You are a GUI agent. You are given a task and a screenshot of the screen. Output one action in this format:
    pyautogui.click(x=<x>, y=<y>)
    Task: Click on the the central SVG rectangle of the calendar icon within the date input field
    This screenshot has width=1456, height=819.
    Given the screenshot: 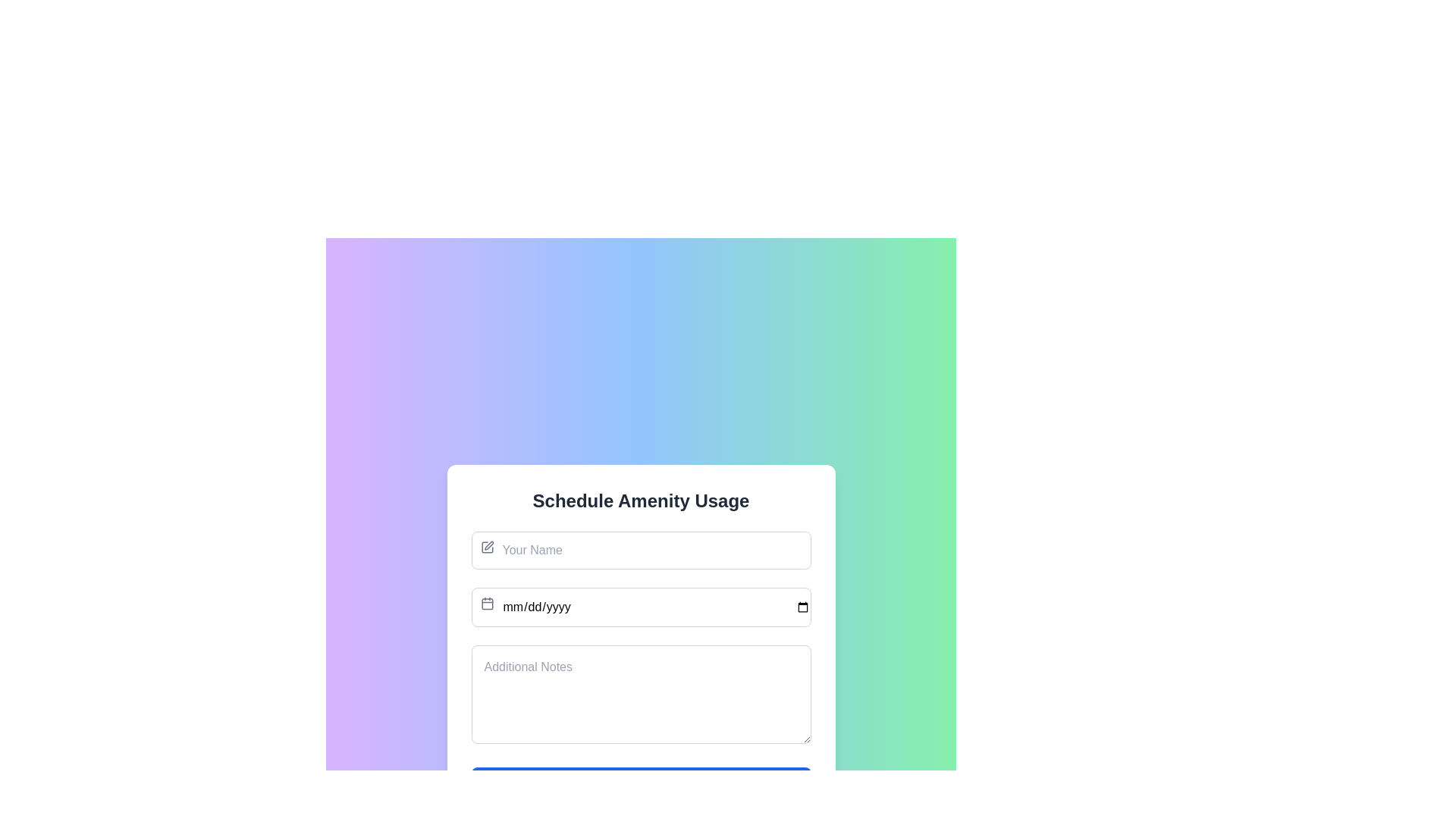 What is the action you would take?
    pyautogui.click(x=487, y=603)
    